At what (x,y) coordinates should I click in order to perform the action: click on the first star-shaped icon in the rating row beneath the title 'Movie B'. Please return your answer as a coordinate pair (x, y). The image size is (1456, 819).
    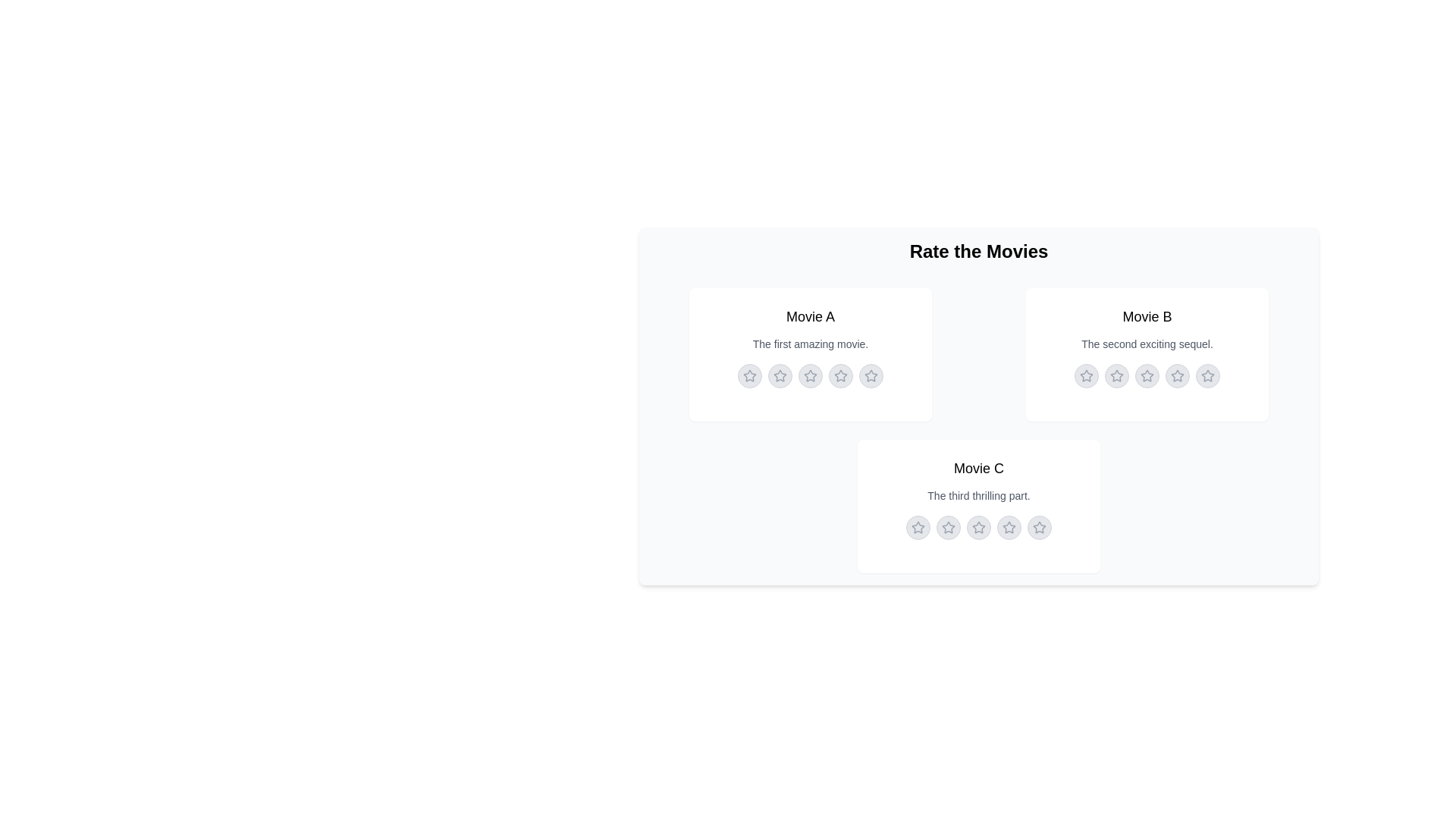
    Looking at the image, I should click on (1086, 375).